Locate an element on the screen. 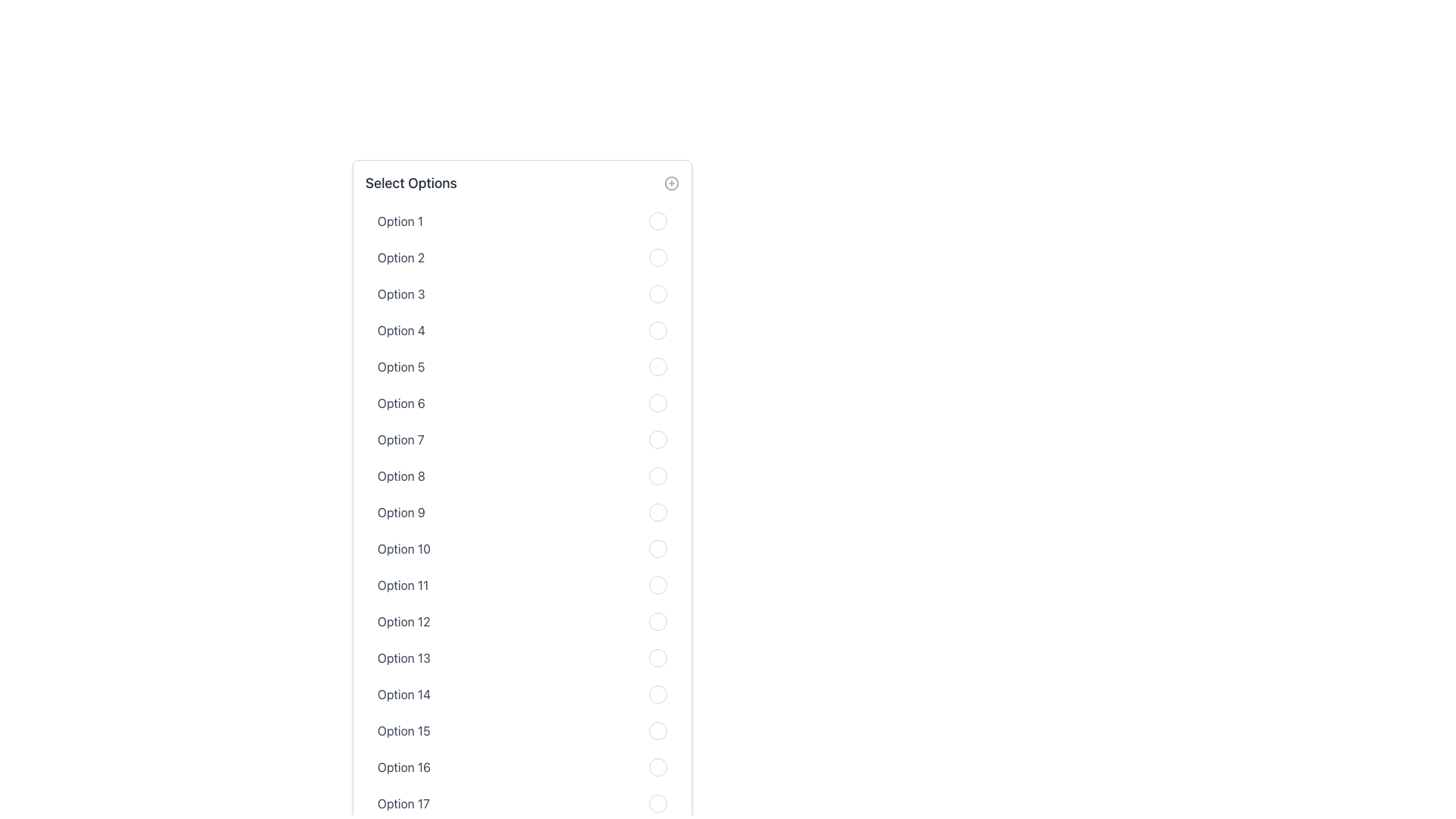 This screenshot has height=819, width=1456. the radio button for 'Option 3' is located at coordinates (658, 294).